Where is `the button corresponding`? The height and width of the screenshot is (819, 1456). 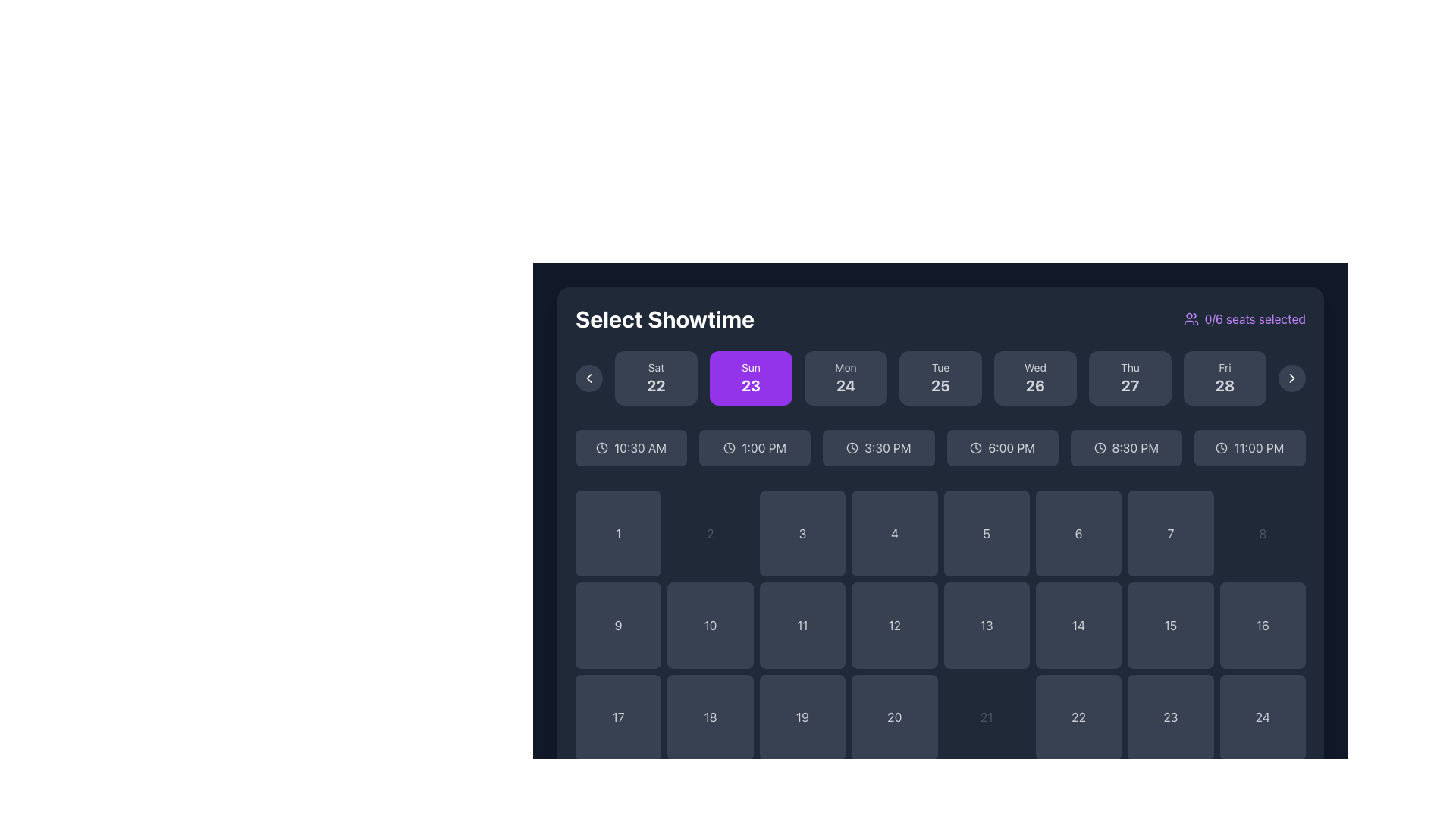
the button corresponding is located at coordinates (1169, 717).